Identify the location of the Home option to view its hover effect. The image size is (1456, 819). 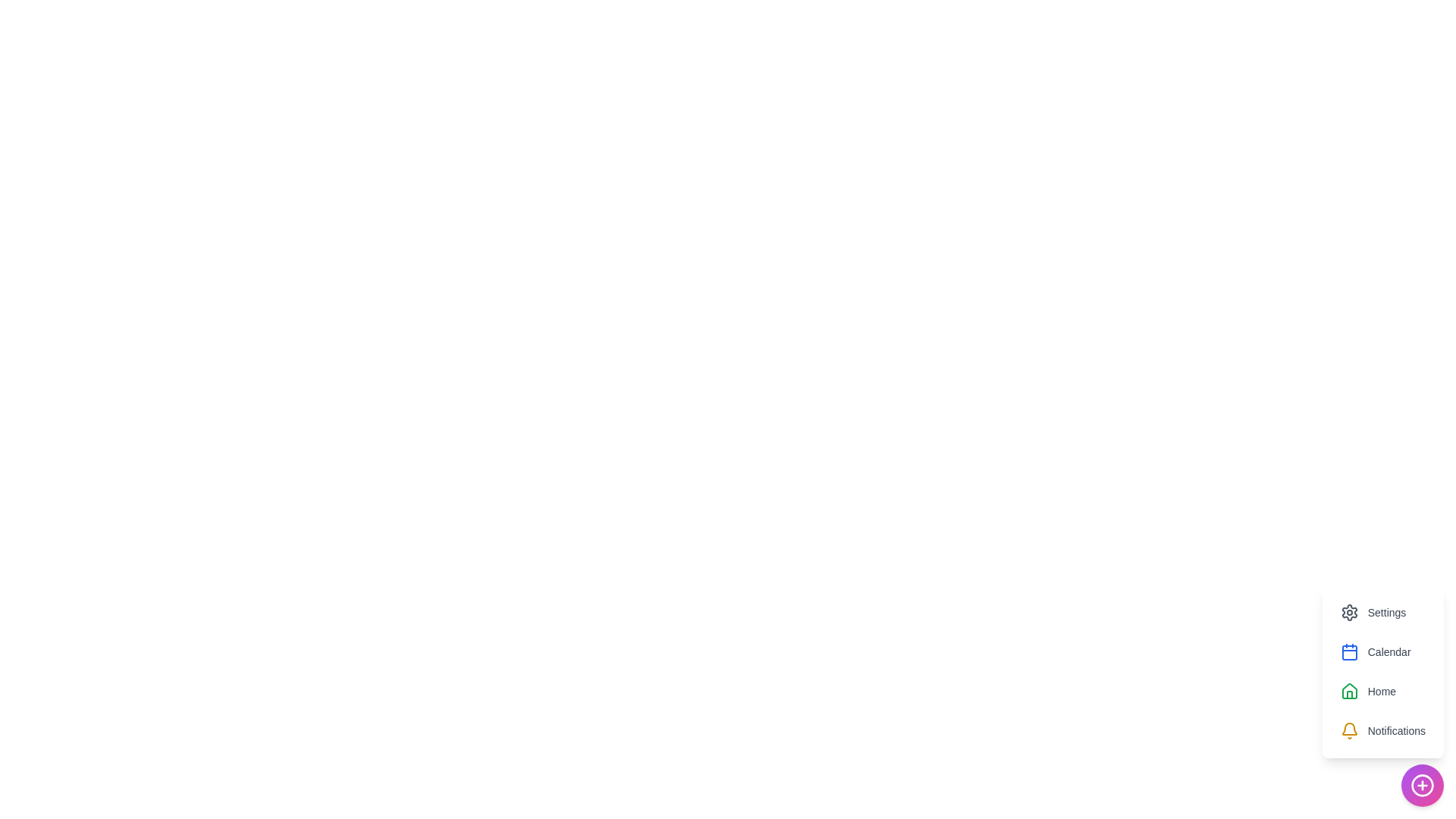
(1368, 691).